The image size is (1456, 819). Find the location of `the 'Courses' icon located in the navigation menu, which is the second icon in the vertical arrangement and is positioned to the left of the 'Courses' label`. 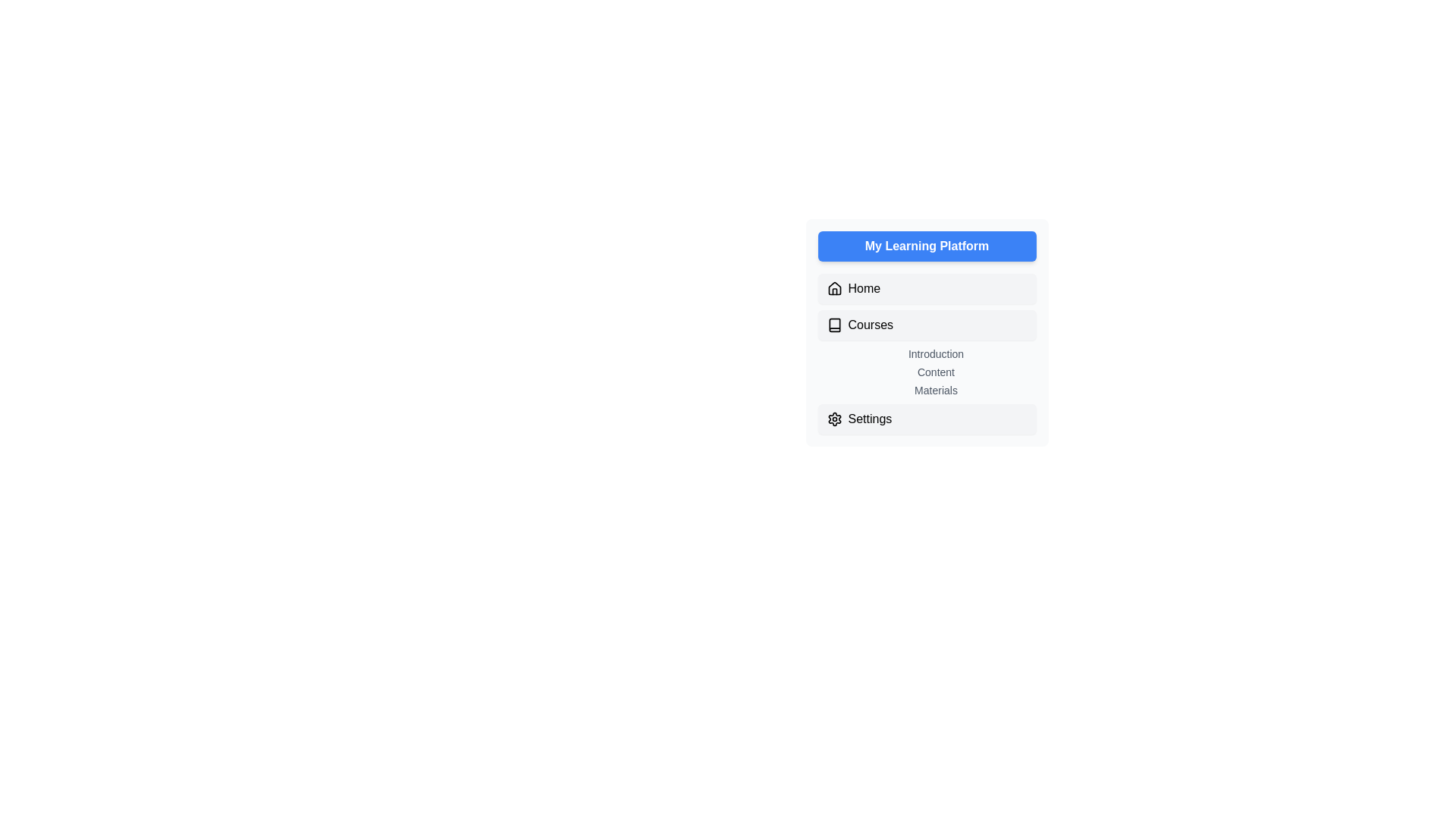

the 'Courses' icon located in the navigation menu, which is the second icon in the vertical arrangement and is positioned to the left of the 'Courses' label is located at coordinates (833, 324).